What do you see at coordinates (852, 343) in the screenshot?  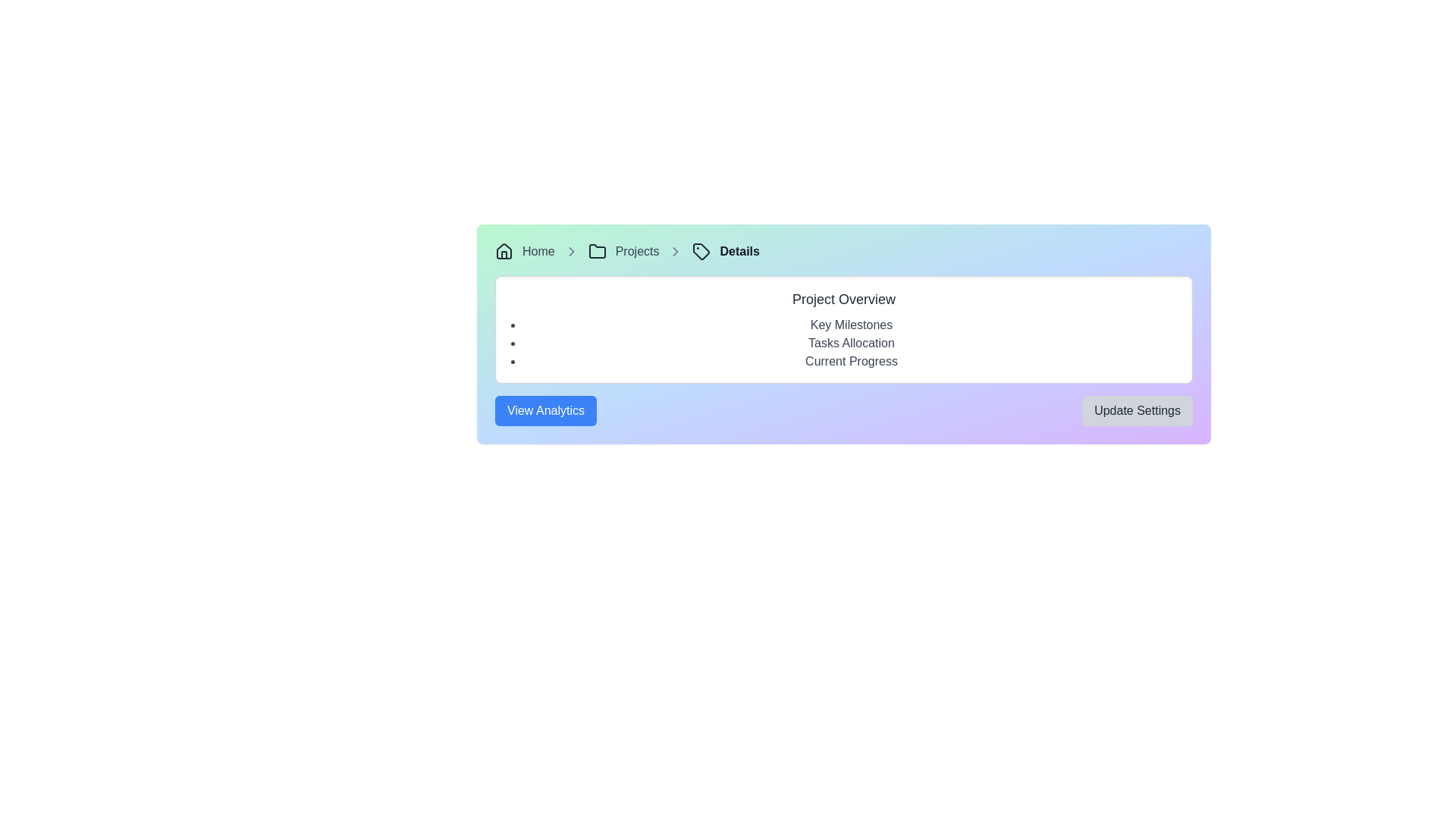 I see `the text label displaying 'Tasks Allocation', which is the second item in a vertically arranged list under the section 'Project Overview'` at bounding box center [852, 343].